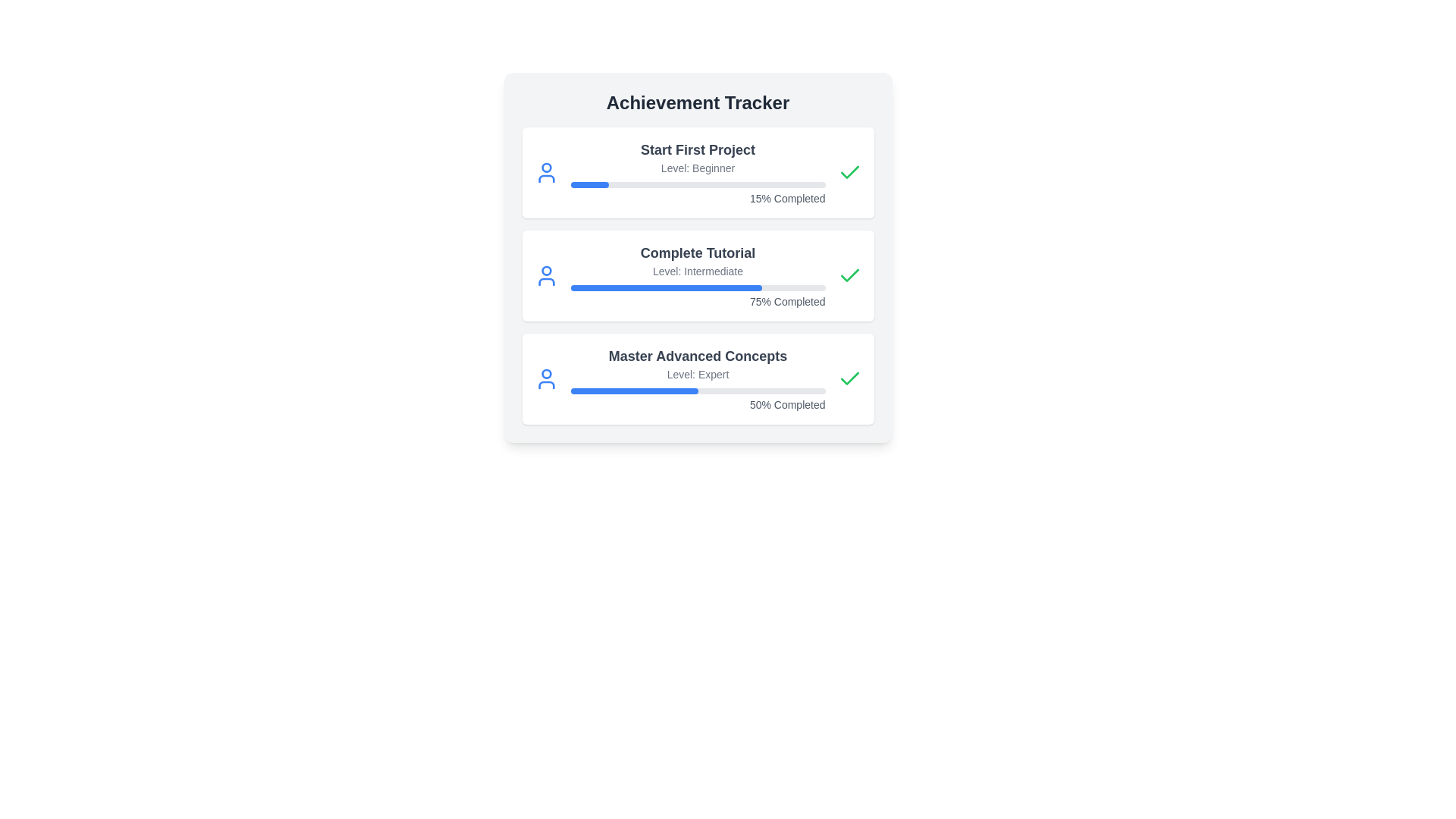  Describe the element at coordinates (697, 275) in the screenshot. I see `the textual indicators of the Progress Indicator with Descriptive Labels that shows 'Complete Tutorial' and 'Level: Intermediate'` at that location.